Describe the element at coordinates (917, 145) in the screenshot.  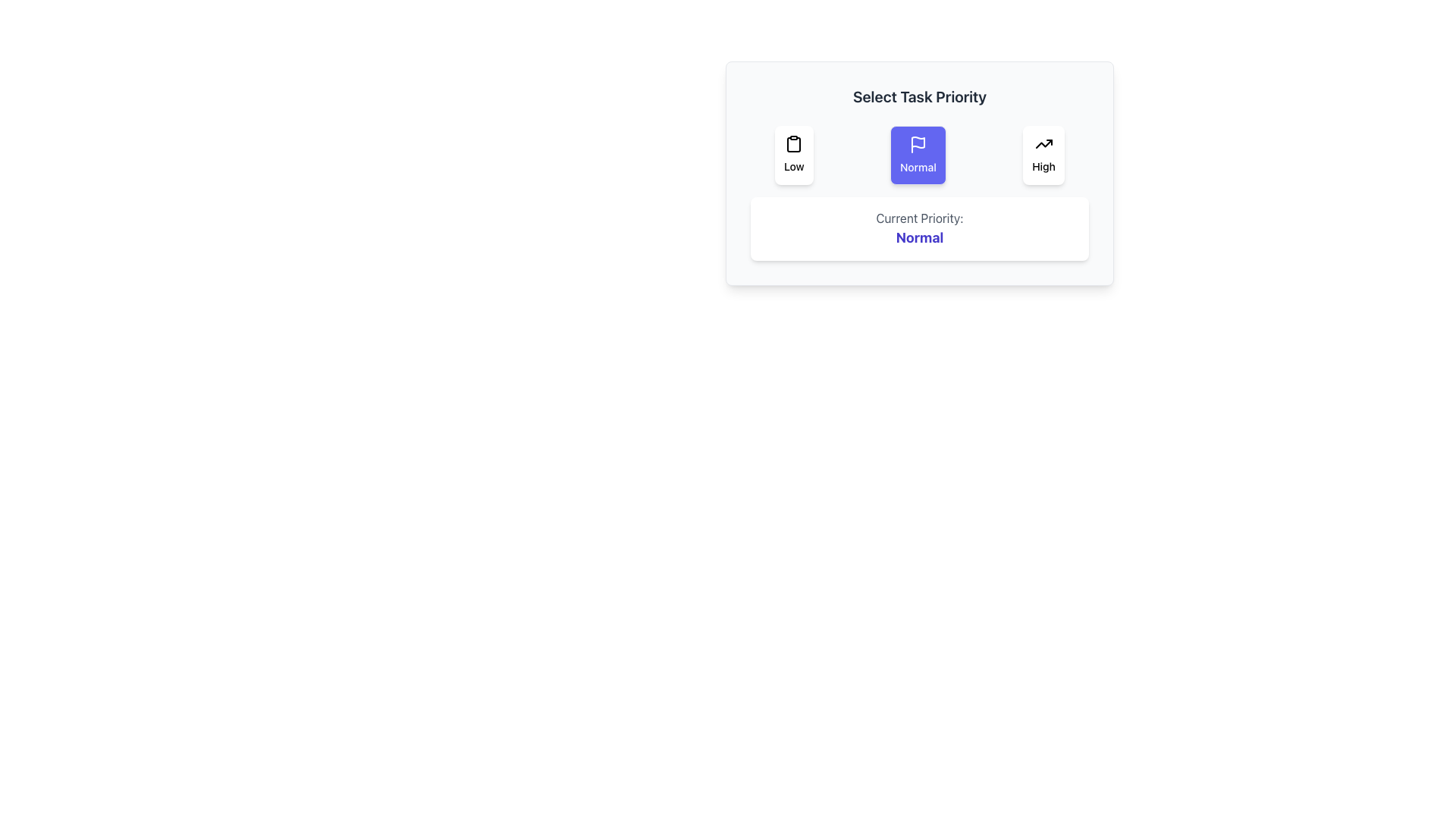
I see `the 'Normal' priority icon in the priority selection interface, which is visually distinct and highlighted in blue` at that location.